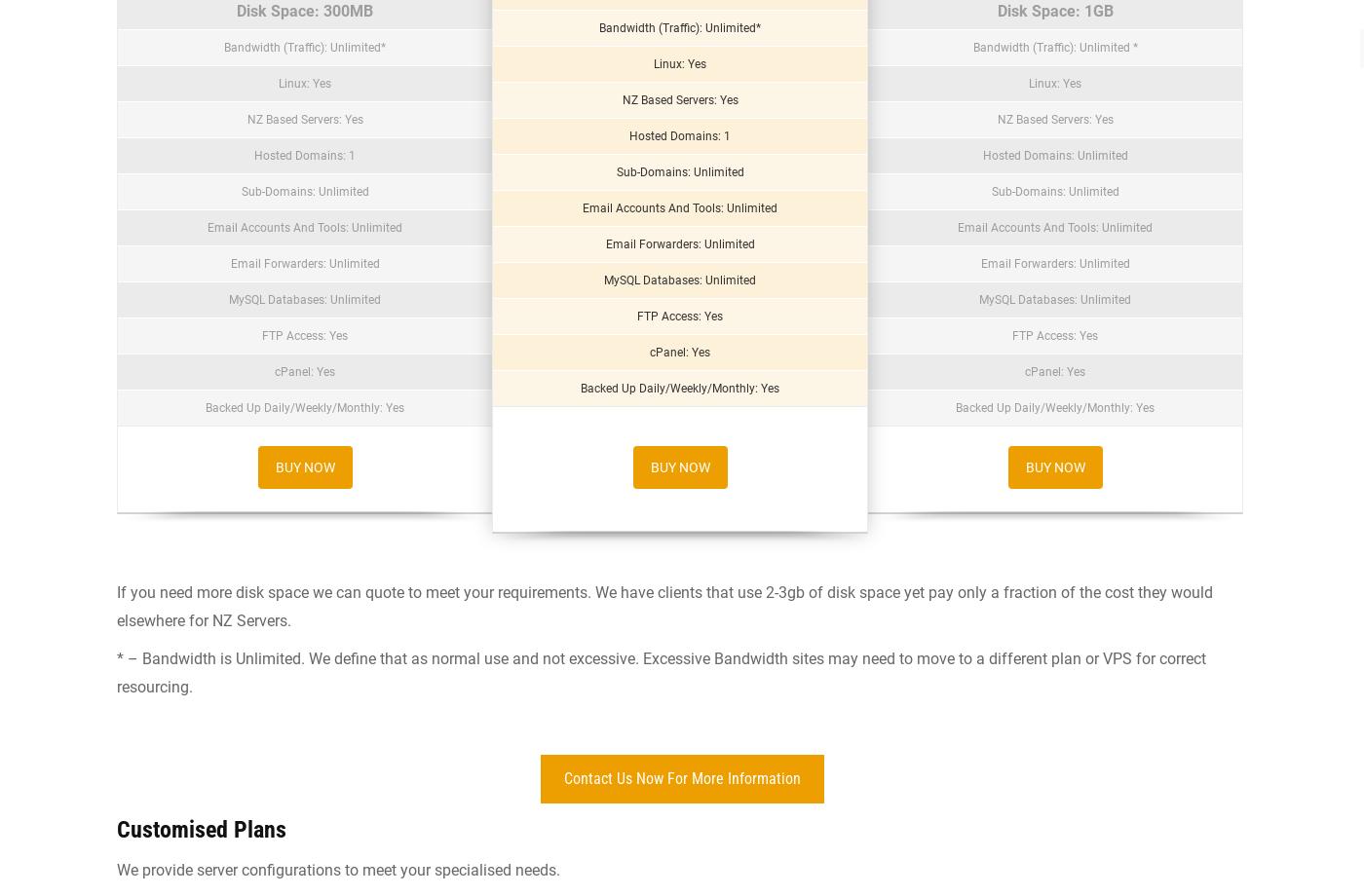 The width and height of the screenshot is (1364, 896). What do you see at coordinates (1054, 48) in the screenshot?
I see `'Bandwidth (Traffic): Unlimited *'` at bounding box center [1054, 48].